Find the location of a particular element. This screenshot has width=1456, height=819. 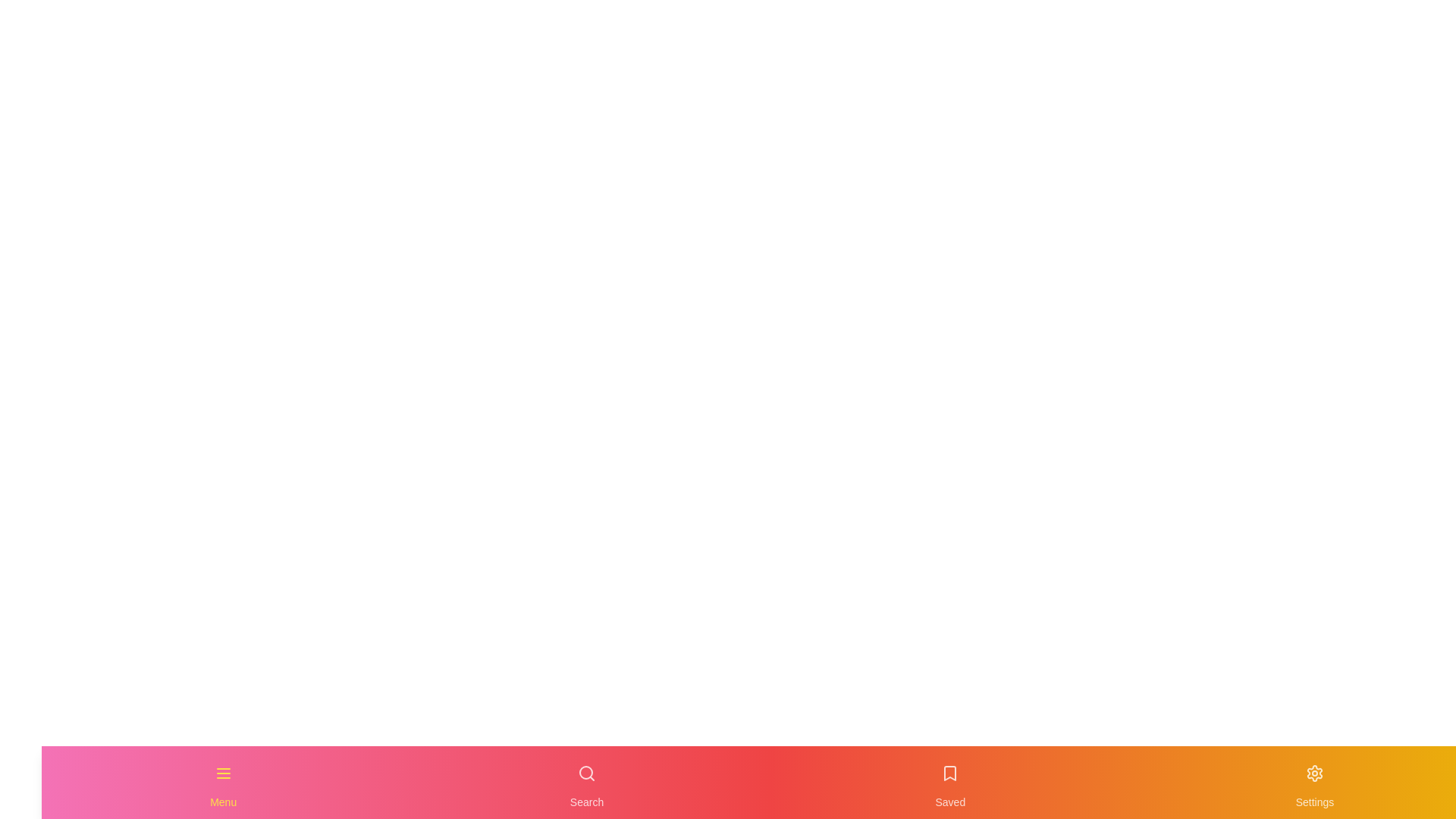

the navigation item labeled Search to highlight it is located at coordinates (585, 783).